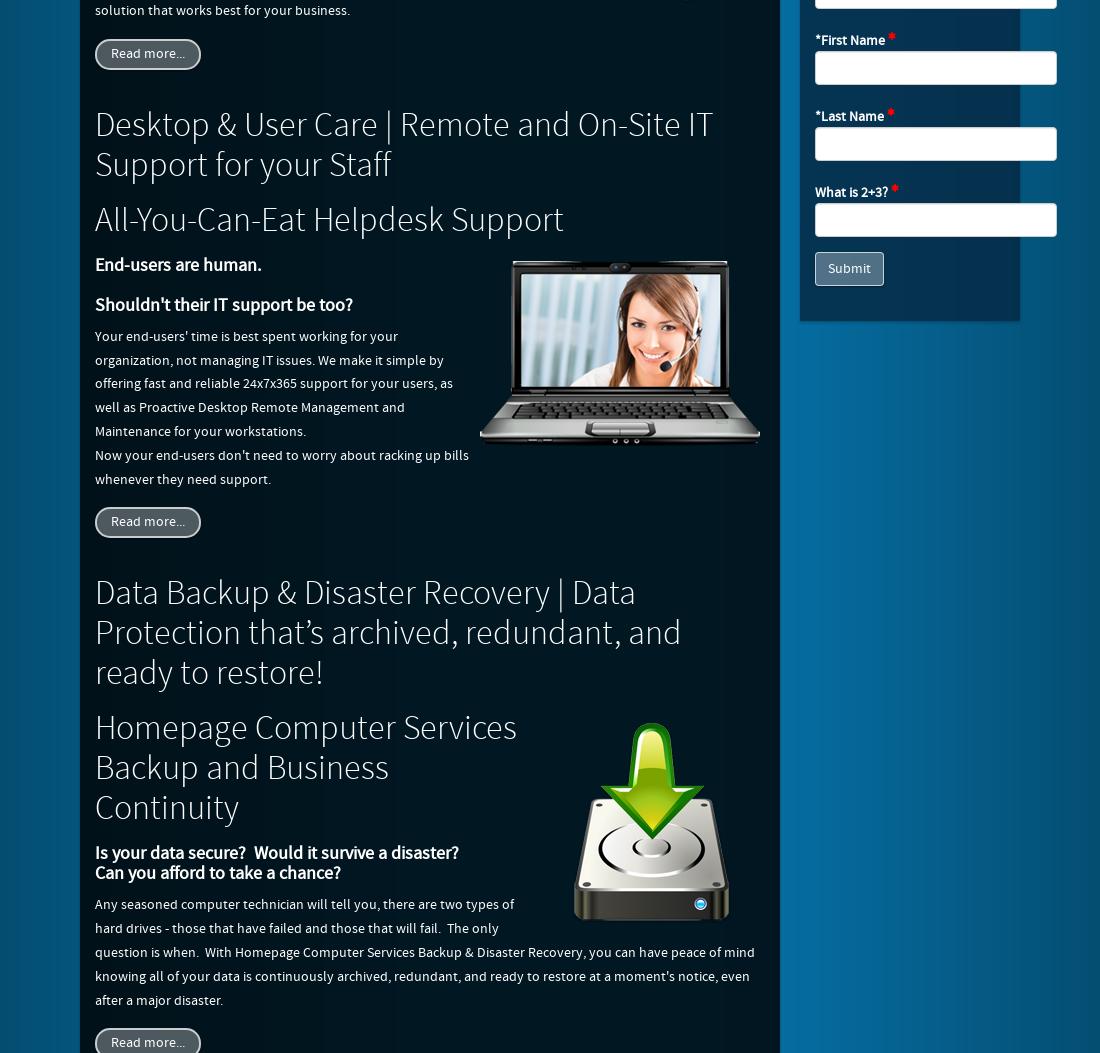 The width and height of the screenshot is (1100, 1053). I want to click on 'Desktop & User Care | Remote and On-Site IT Support for your Staff', so click(404, 144).